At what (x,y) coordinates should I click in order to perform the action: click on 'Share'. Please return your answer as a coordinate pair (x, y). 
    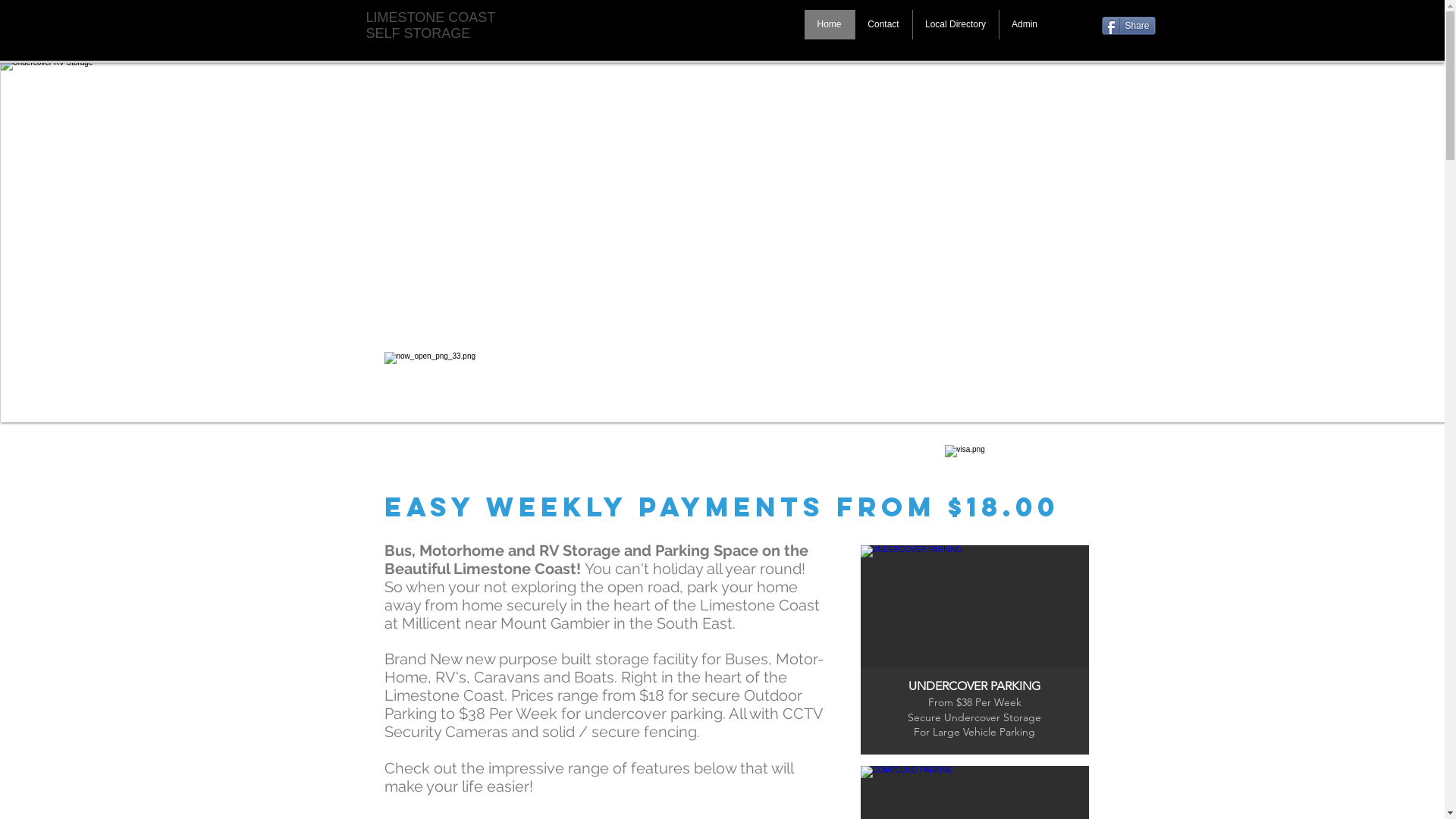
    Looking at the image, I should click on (1100, 26).